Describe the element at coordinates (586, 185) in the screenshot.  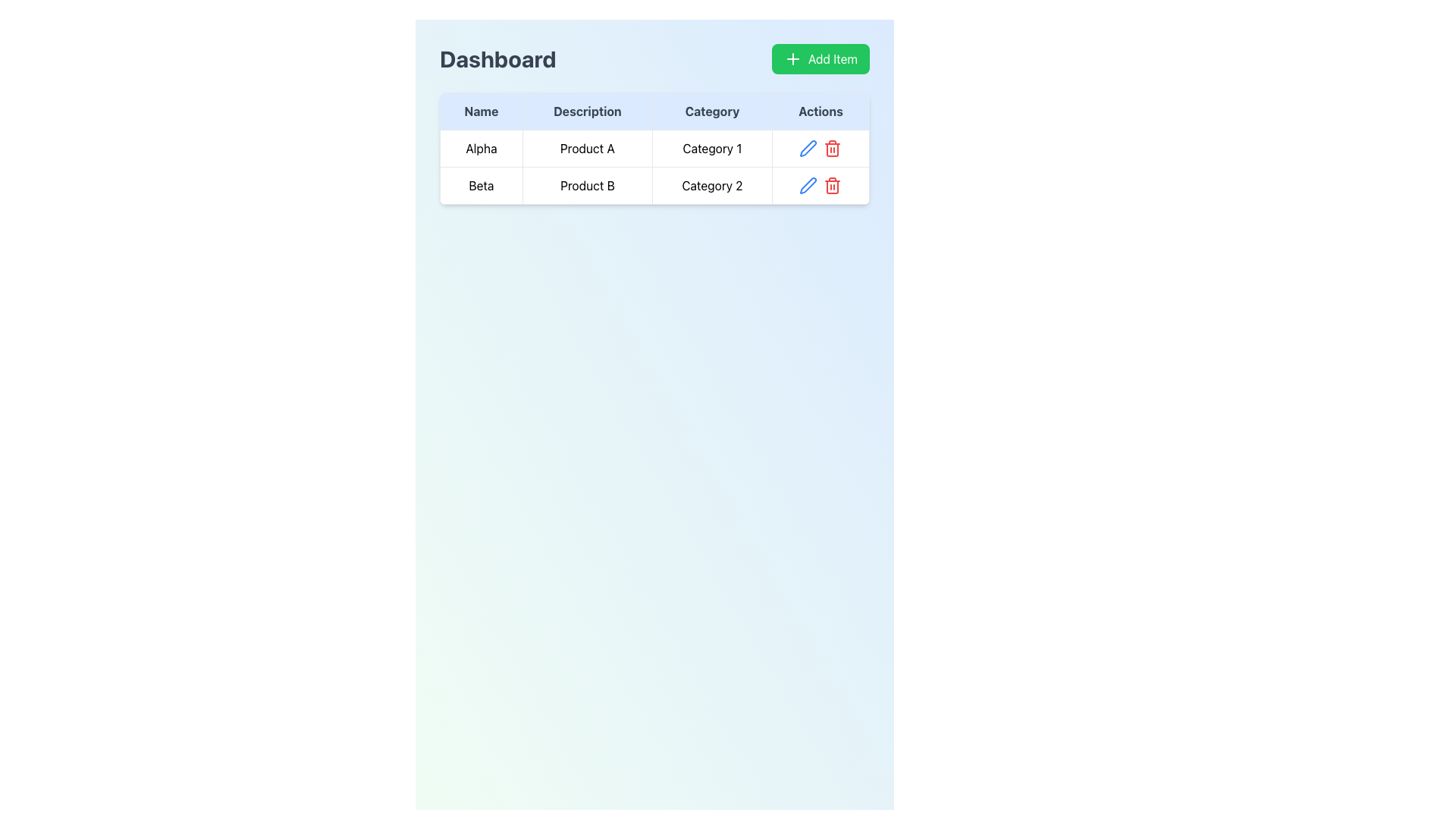
I see `across the table cell containing 'Product B'` at that location.